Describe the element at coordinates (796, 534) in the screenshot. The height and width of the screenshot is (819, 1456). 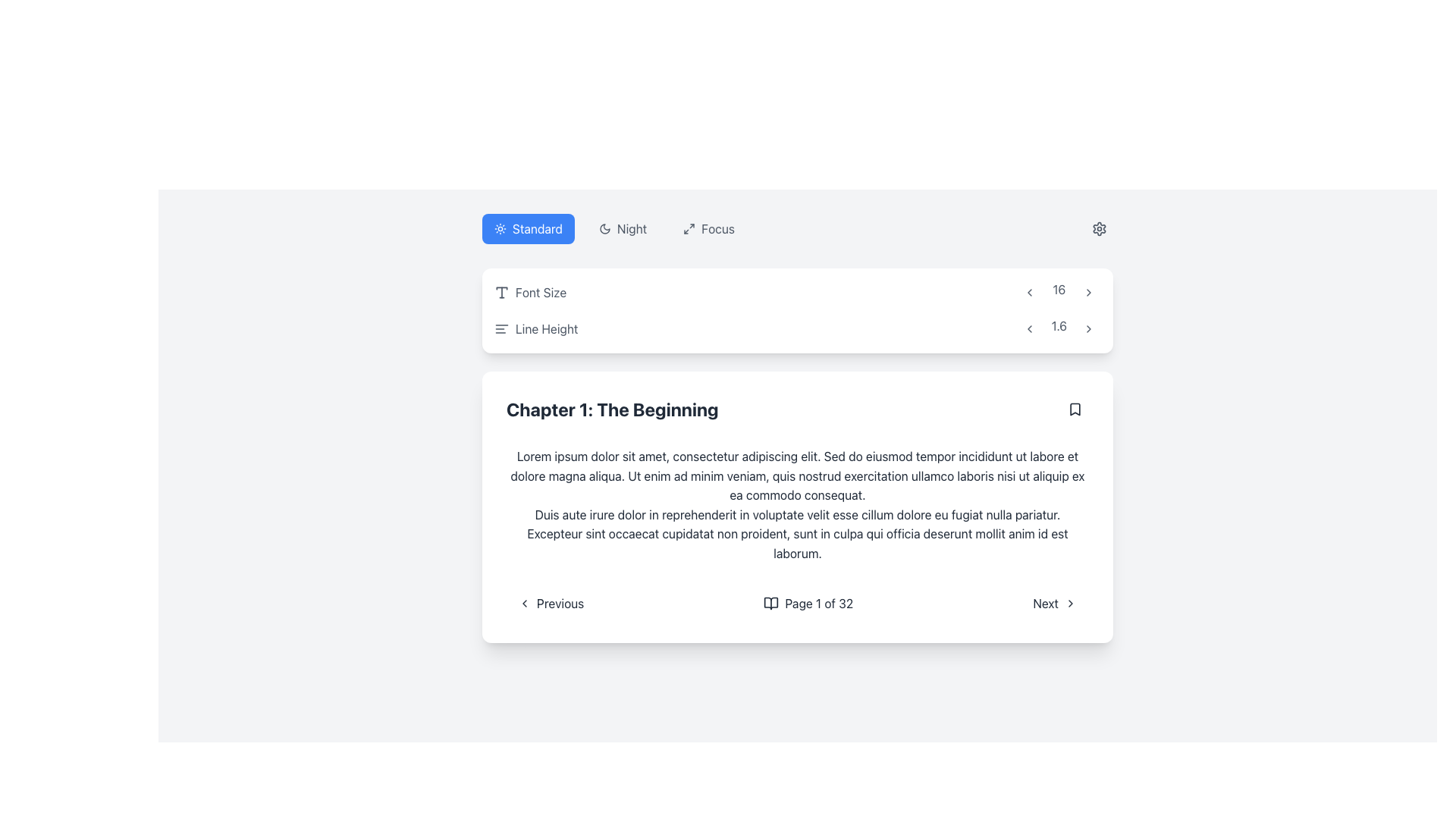
I see `the paragraph text that contains the sentence about 'Duis aute irure dolor in reprehenderit in voluptate velit esse cillum dolore eu fugiat nulla pariatur.' located below the heading 'Chapter 1: The Beginning.'` at that location.